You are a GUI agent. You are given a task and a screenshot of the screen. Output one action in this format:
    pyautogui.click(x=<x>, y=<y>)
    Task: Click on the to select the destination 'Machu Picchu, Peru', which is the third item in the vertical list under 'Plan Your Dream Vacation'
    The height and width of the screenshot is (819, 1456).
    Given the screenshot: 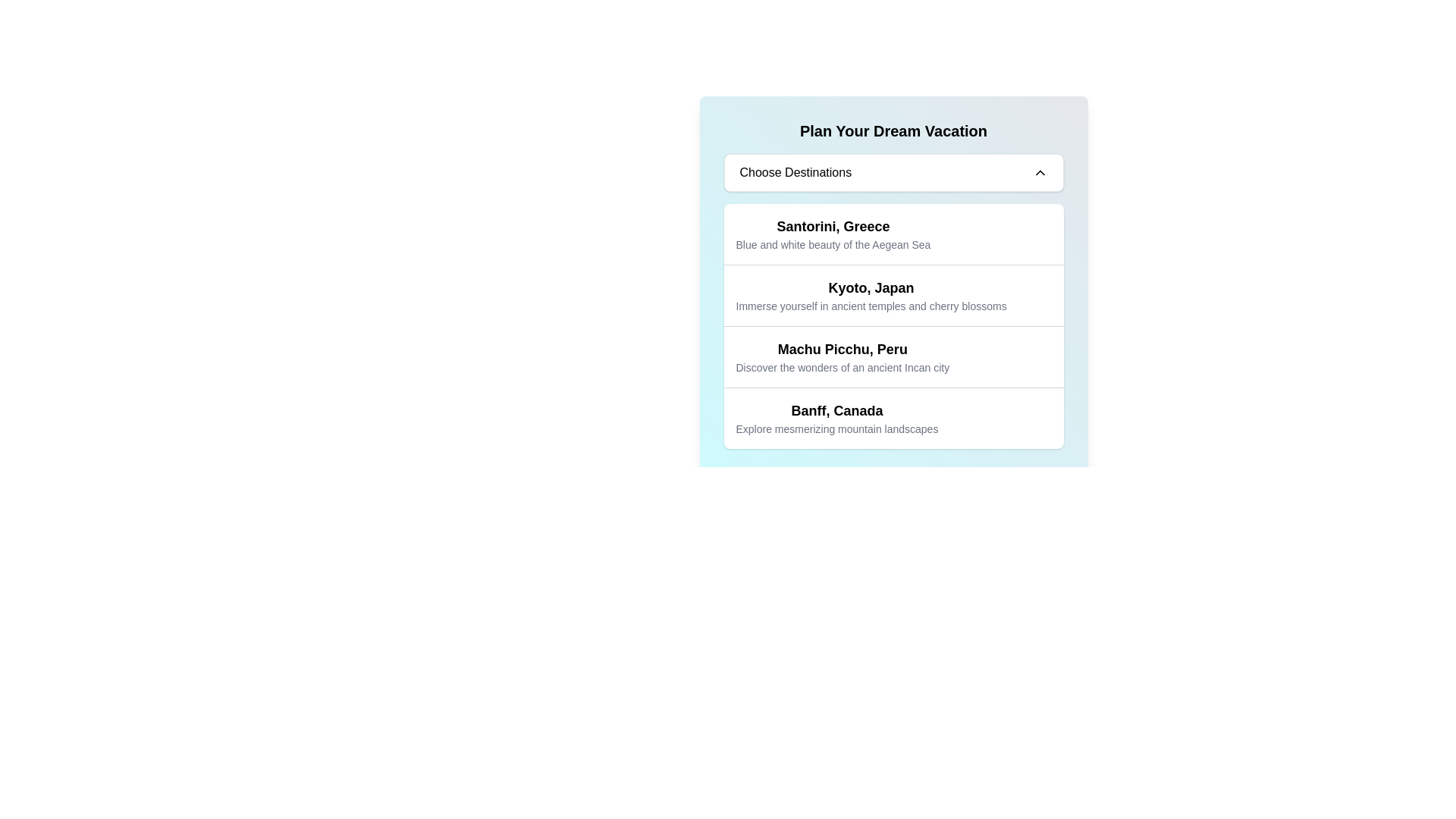 What is the action you would take?
    pyautogui.click(x=893, y=356)
    